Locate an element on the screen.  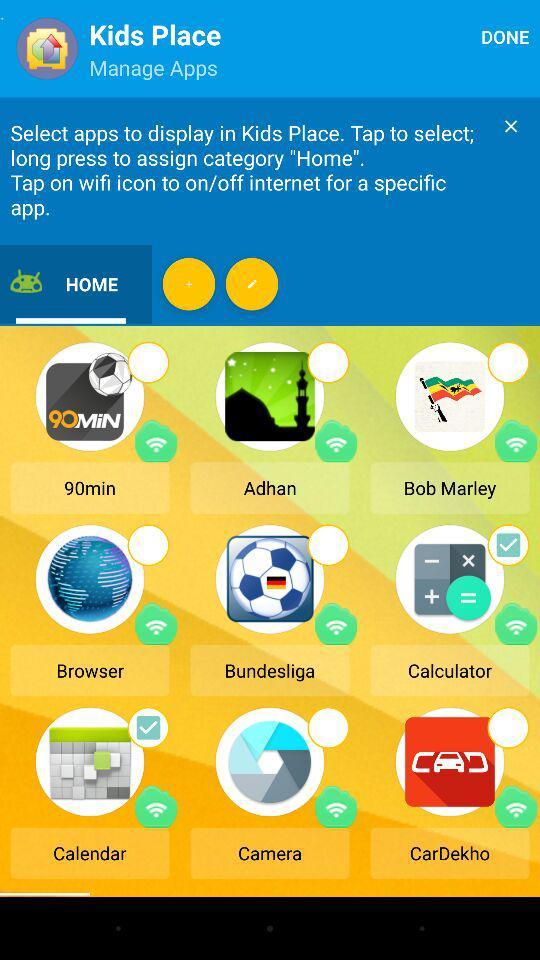
close is located at coordinates (511, 125).